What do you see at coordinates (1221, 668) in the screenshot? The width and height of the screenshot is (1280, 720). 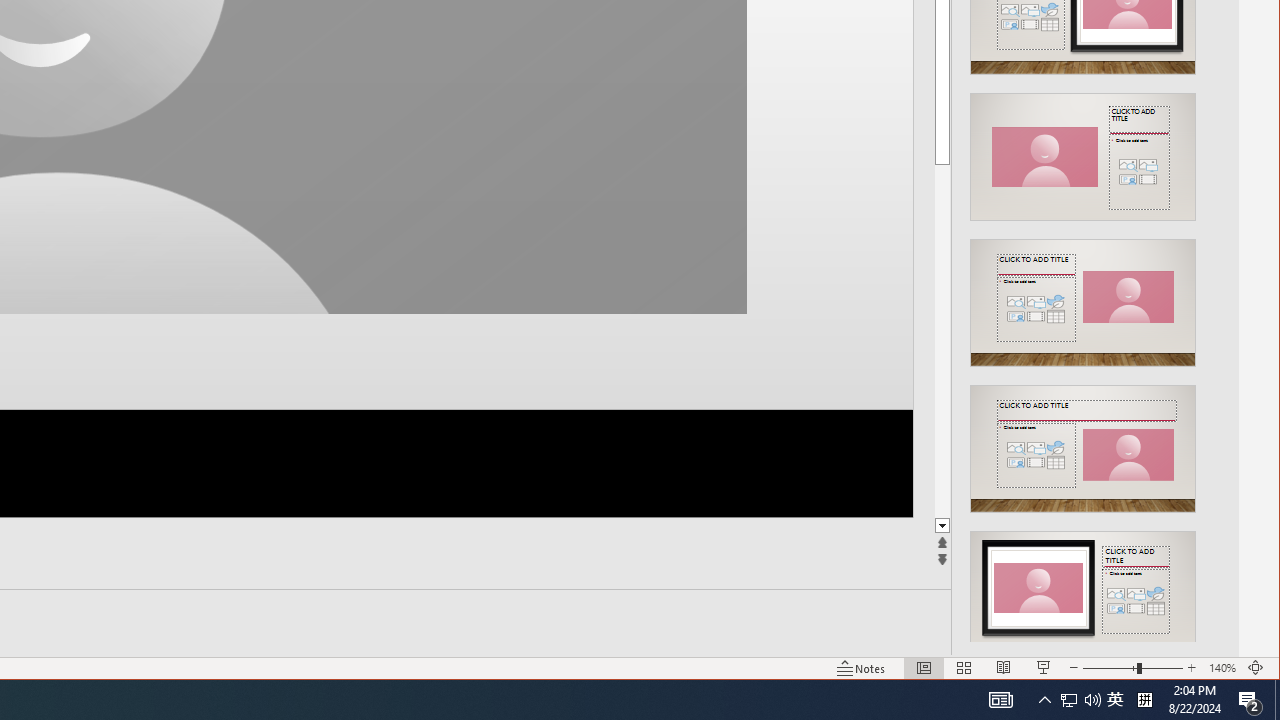 I see `'Zoom 140%'` at bounding box center [1221, 668].